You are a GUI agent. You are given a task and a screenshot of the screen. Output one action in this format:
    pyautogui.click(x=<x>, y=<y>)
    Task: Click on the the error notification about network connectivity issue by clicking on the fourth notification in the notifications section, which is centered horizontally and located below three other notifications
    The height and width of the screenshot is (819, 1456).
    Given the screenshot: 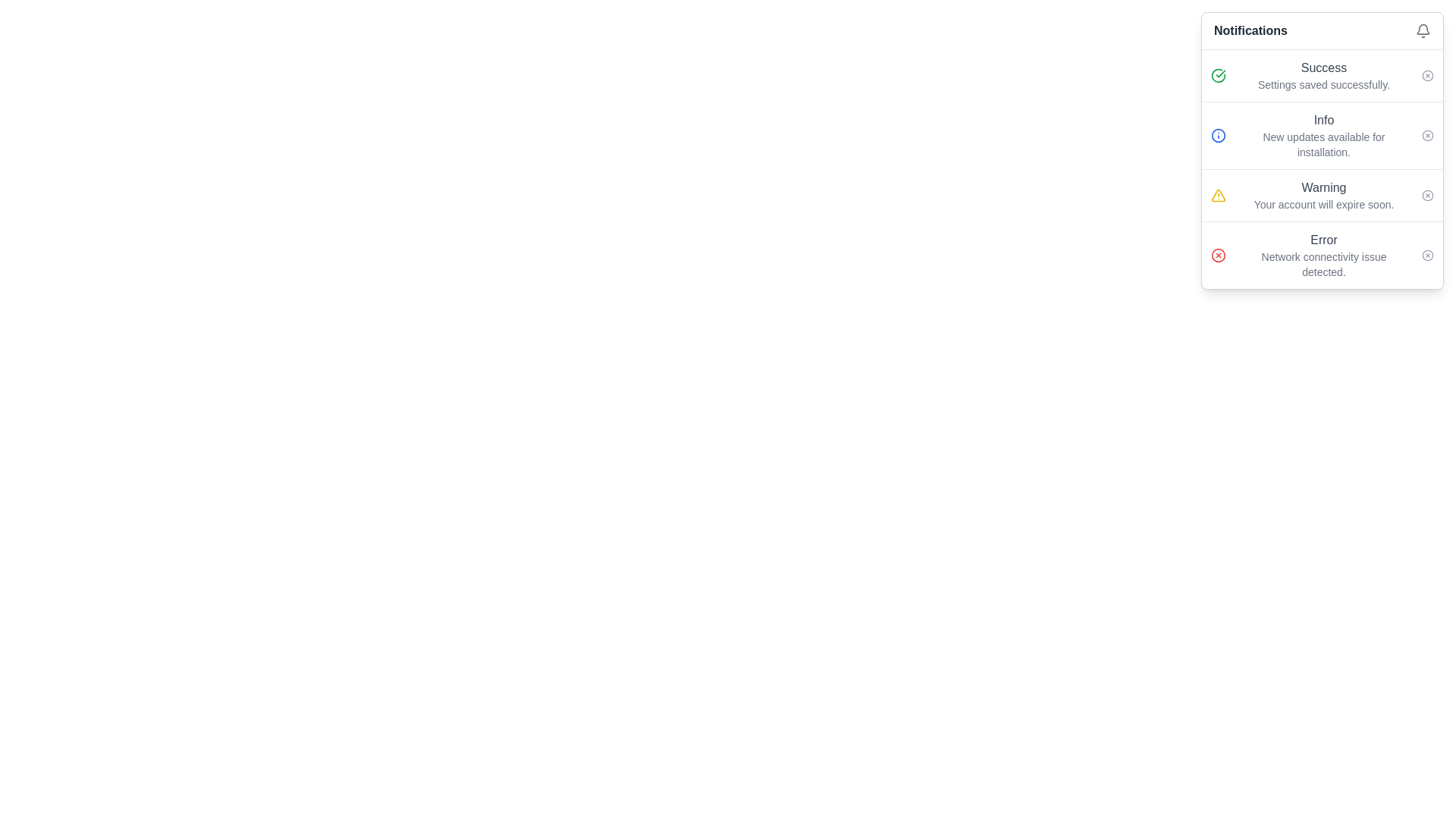 What is the action you would take?
    pyautogui.click(x=1323, y=254)
    